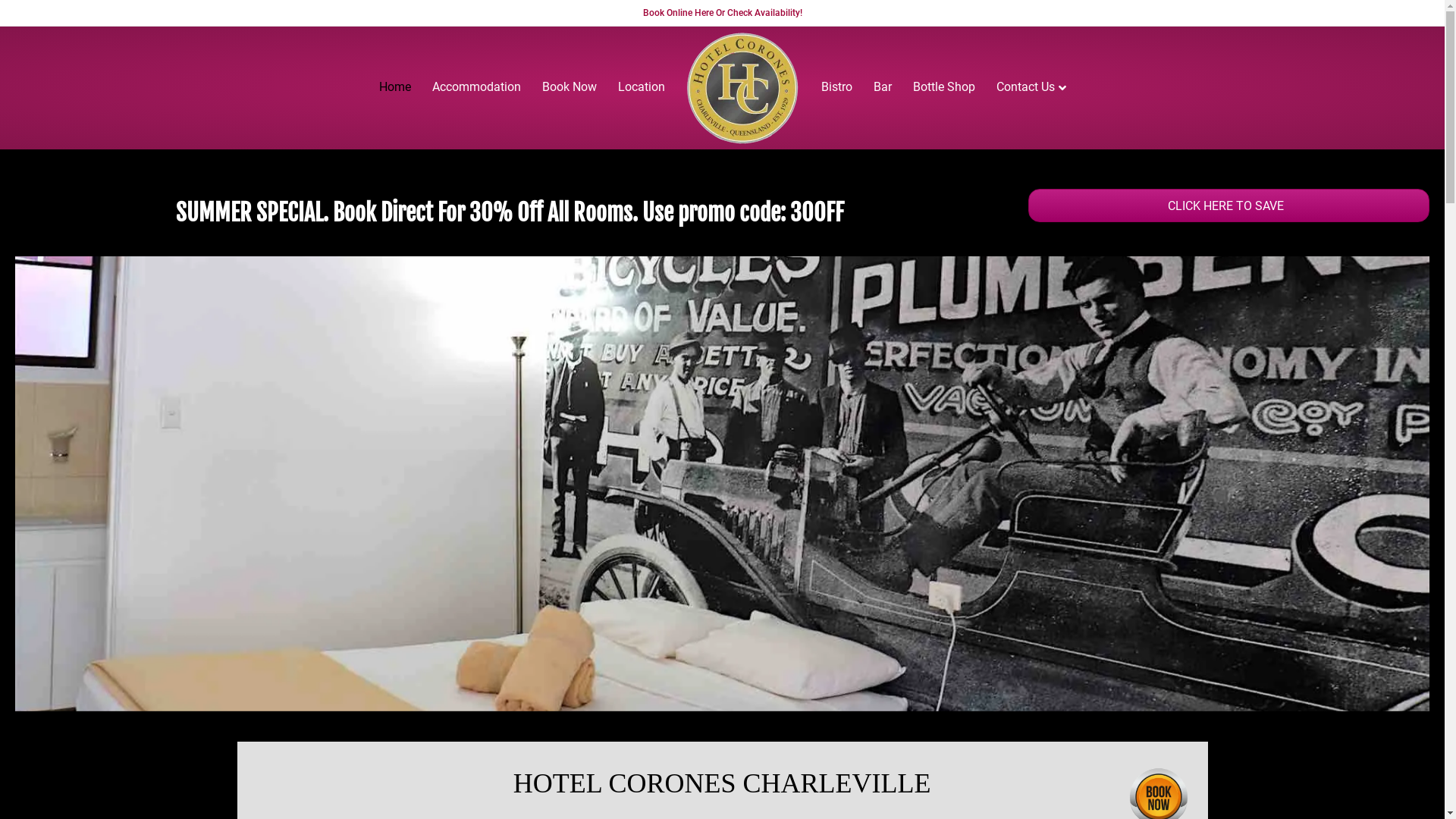  What do you see at coordinates (607, 87) in the screenshot?
I see `'Location'` at bounding box center [607, 87].